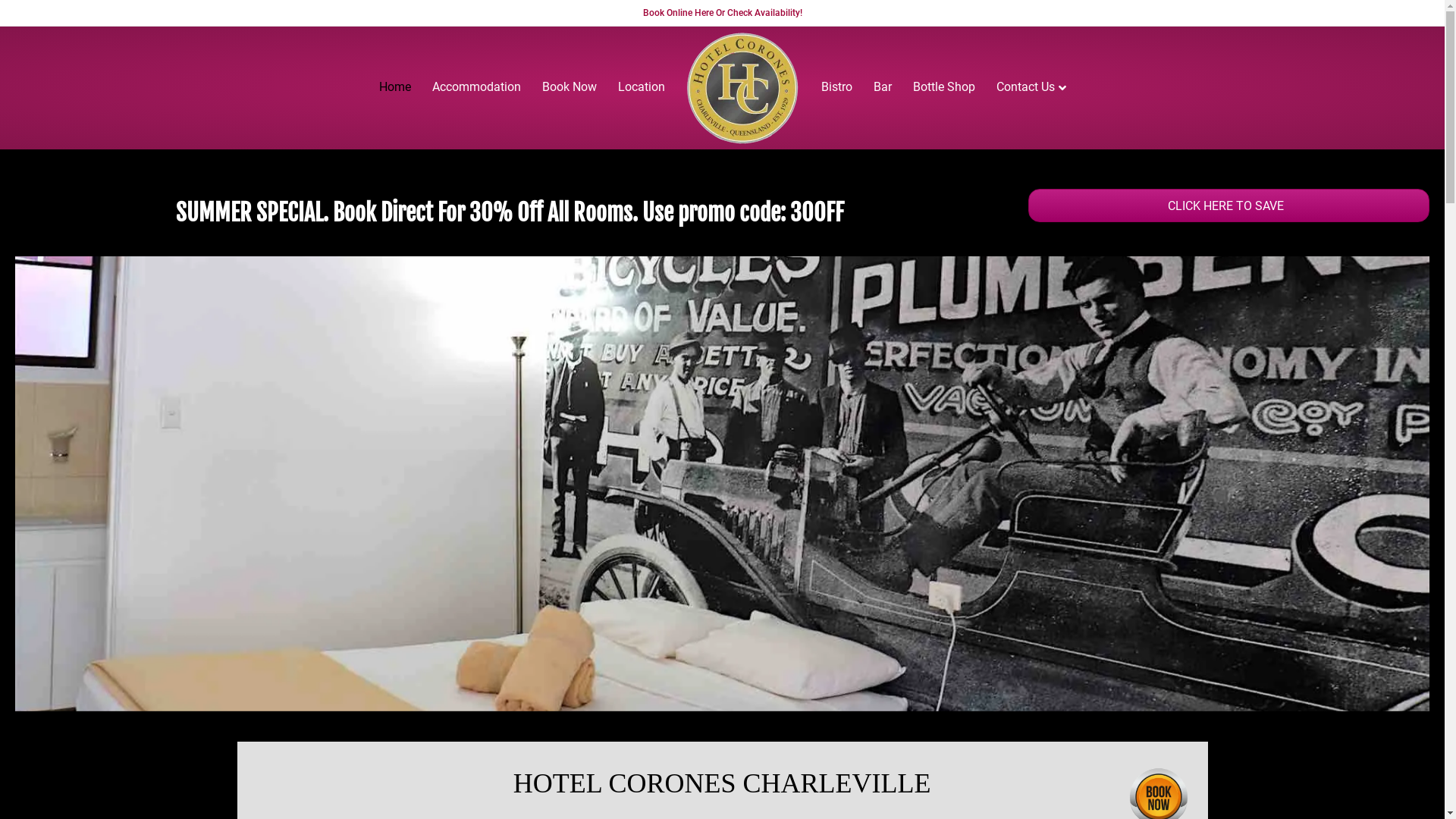  What do you see at coordinates (607, 87) in the screenshot?
I see `'Location'` at bounding box center [607, 87].